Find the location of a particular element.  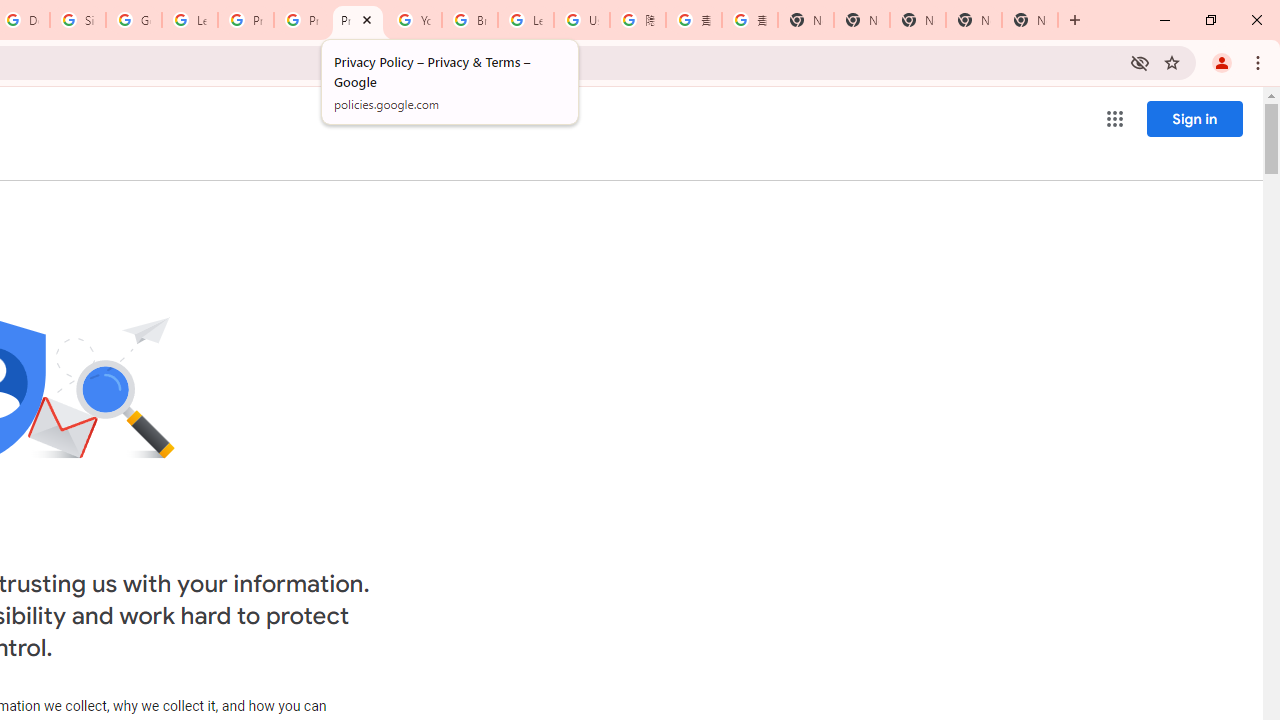

'Browse Chrome as a guest - Computer - Google Chrome Help' is located at coordinates (468, 20).